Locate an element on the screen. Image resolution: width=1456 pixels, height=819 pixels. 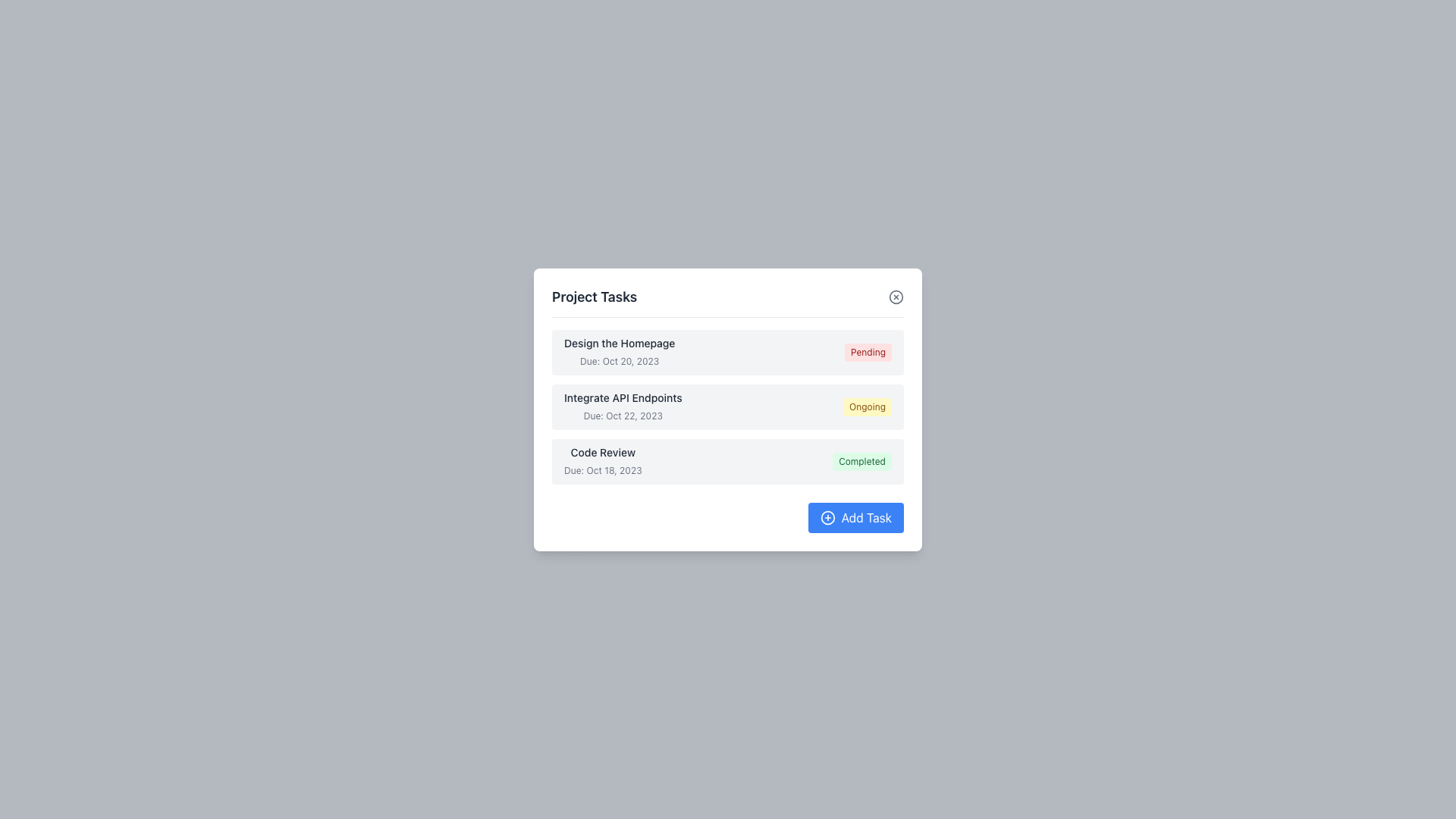
the circular icon element within the 'Add Task' button located in the bottom-right corner of the task management popup is located at coordinates (827, 516).